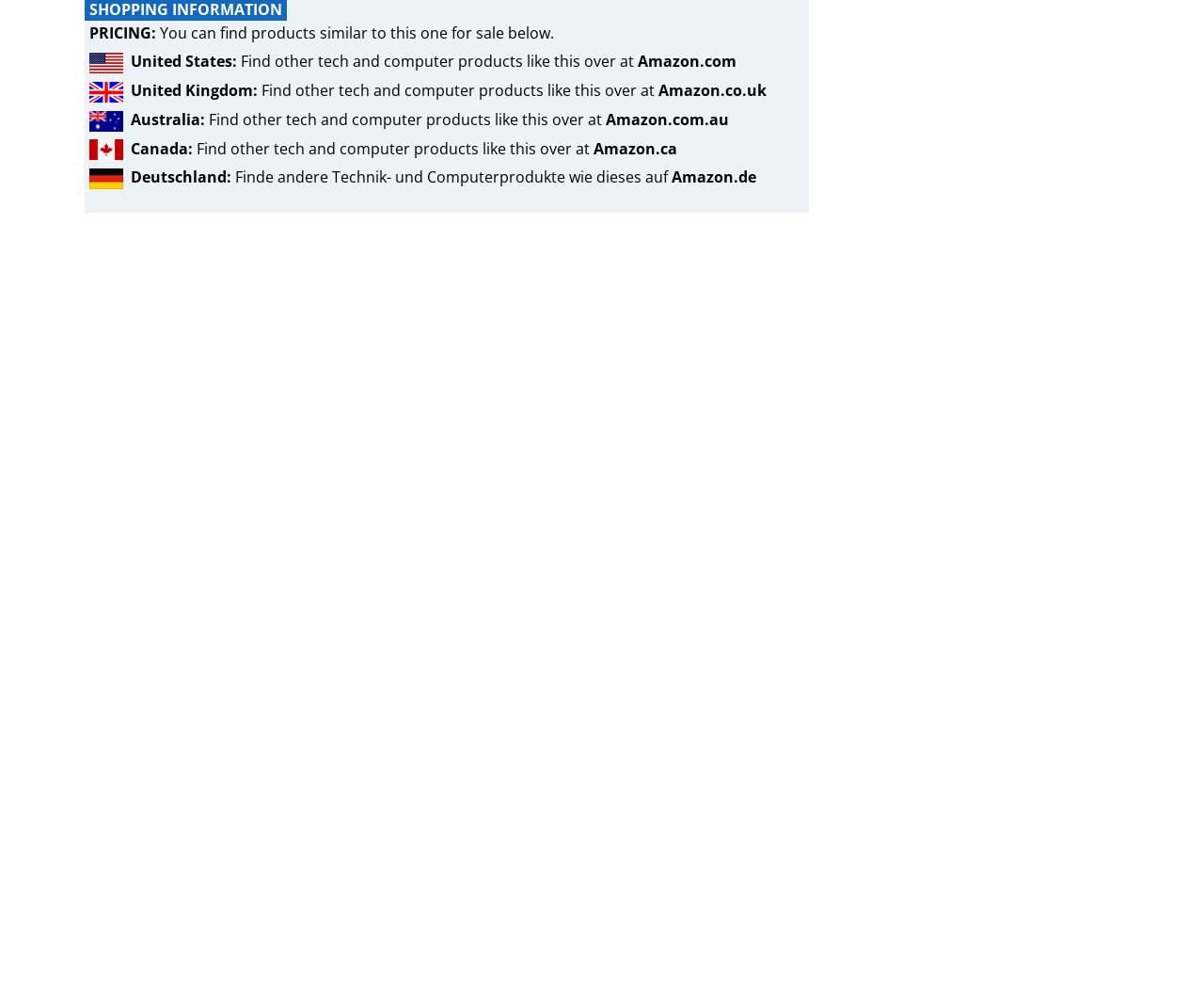 The image size is (1204, 1006). What do you see at coordinates (183, 59) in the screenshot?
I see `'United States:'` at bounding box center [183, 59].